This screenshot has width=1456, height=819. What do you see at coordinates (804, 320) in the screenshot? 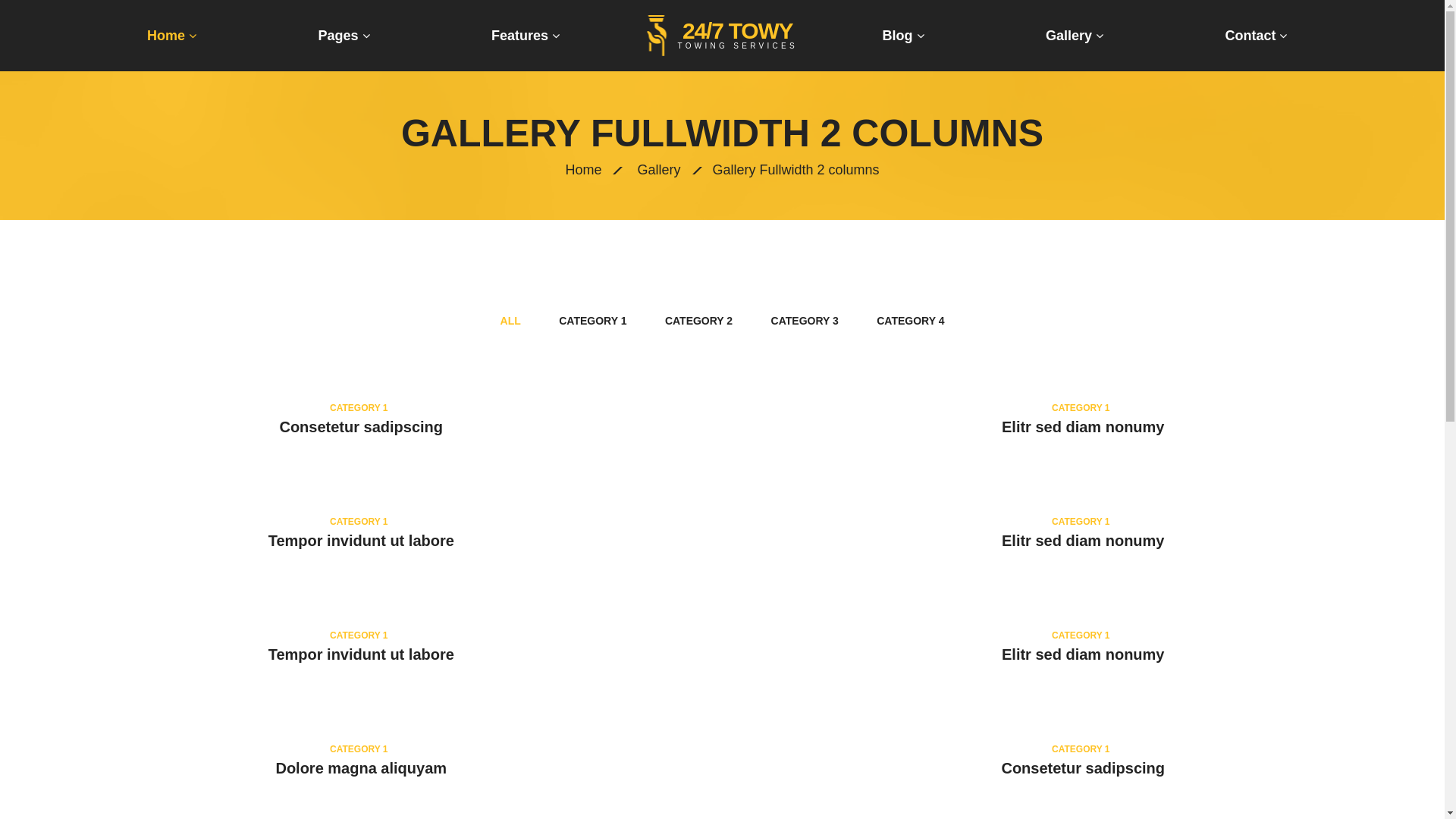
I see `'CATEGORY 3'` at bounding box center [804, 320].